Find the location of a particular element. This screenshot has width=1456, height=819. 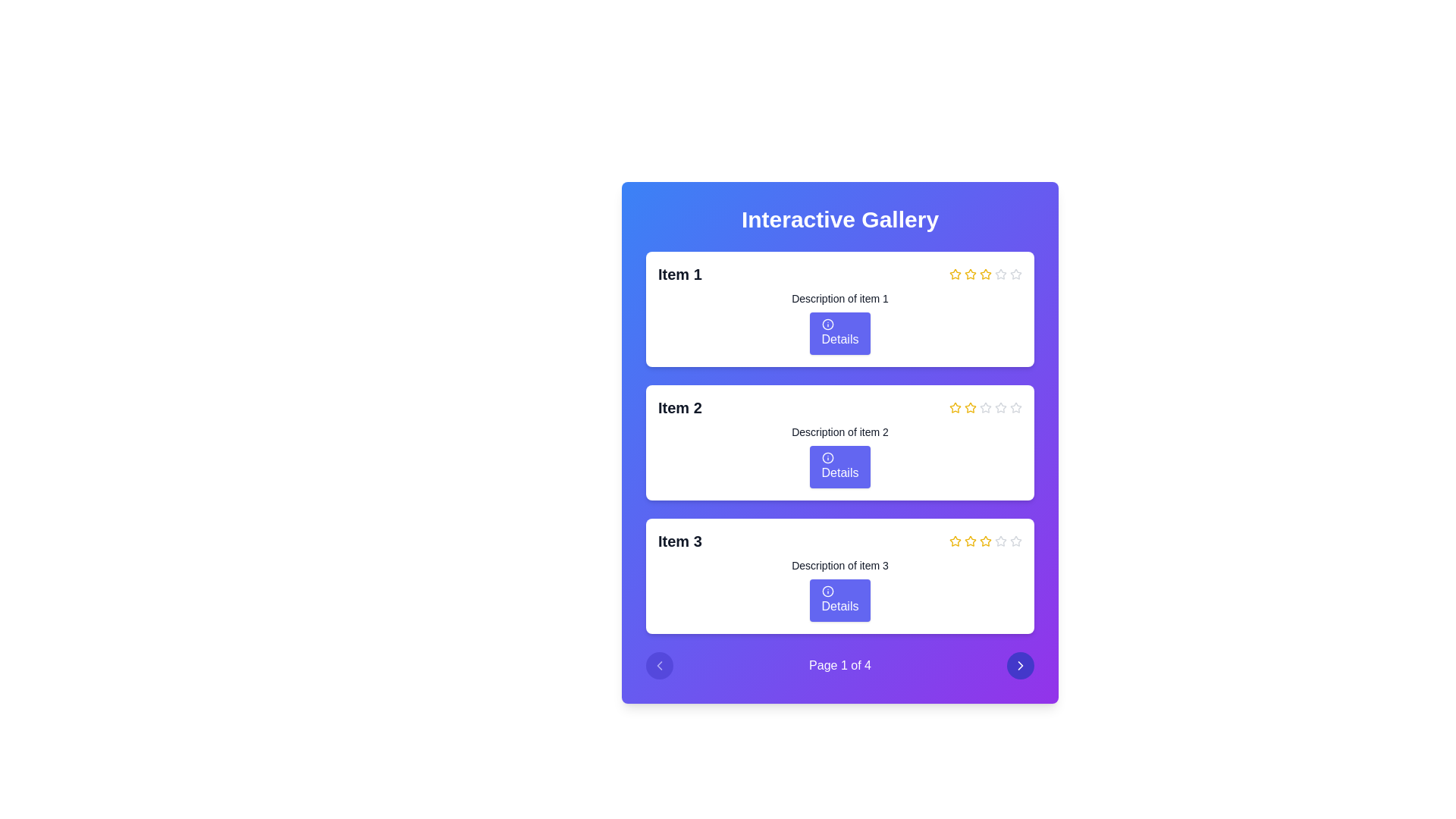

the fourth star in the rating component for 'Item 2', which is the first unfilled star in the row of rating stars is located at coordinates (986, 406).